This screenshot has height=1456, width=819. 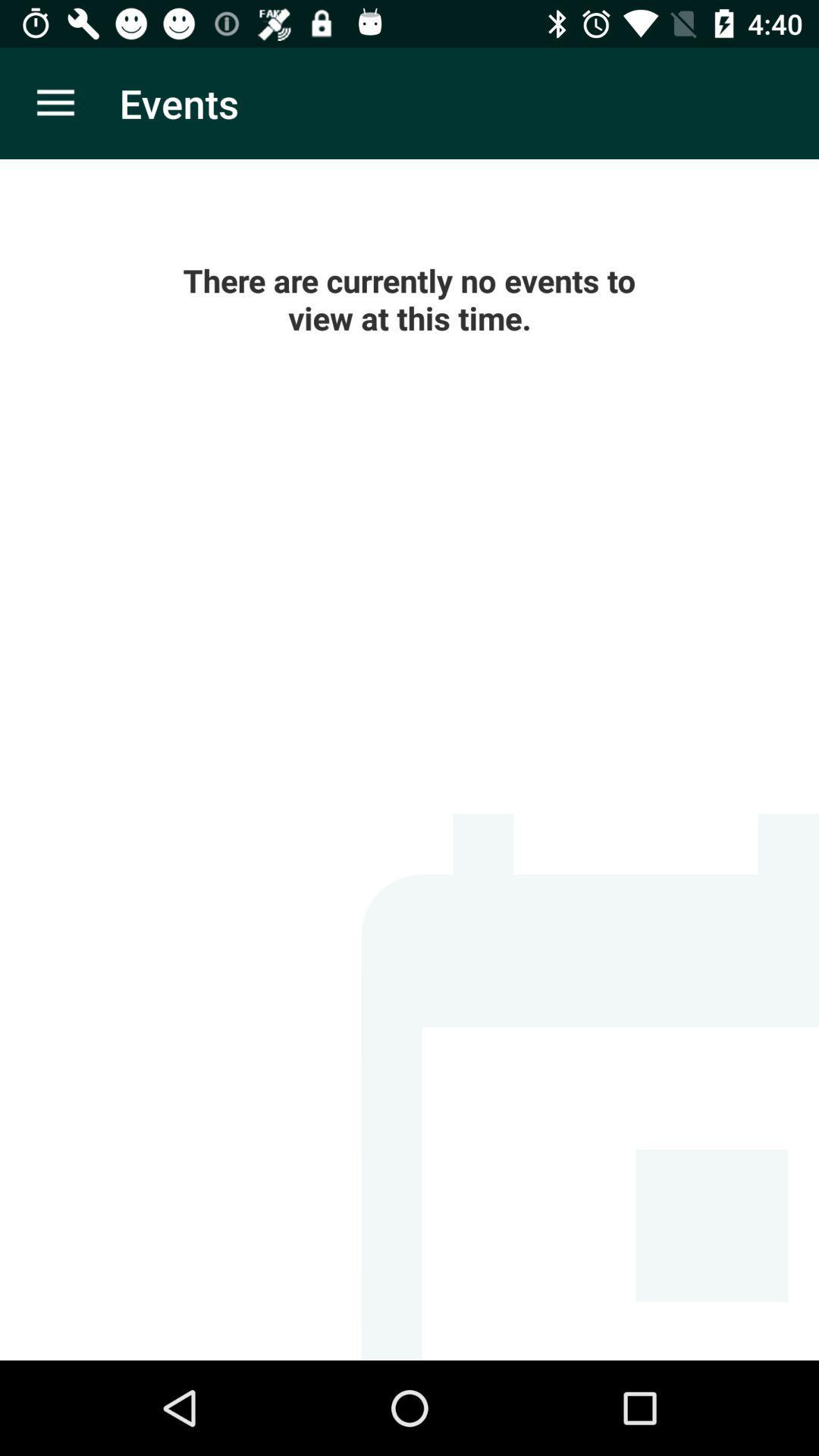 I want to click on the icon next to the events, so click(x=55, y=102).